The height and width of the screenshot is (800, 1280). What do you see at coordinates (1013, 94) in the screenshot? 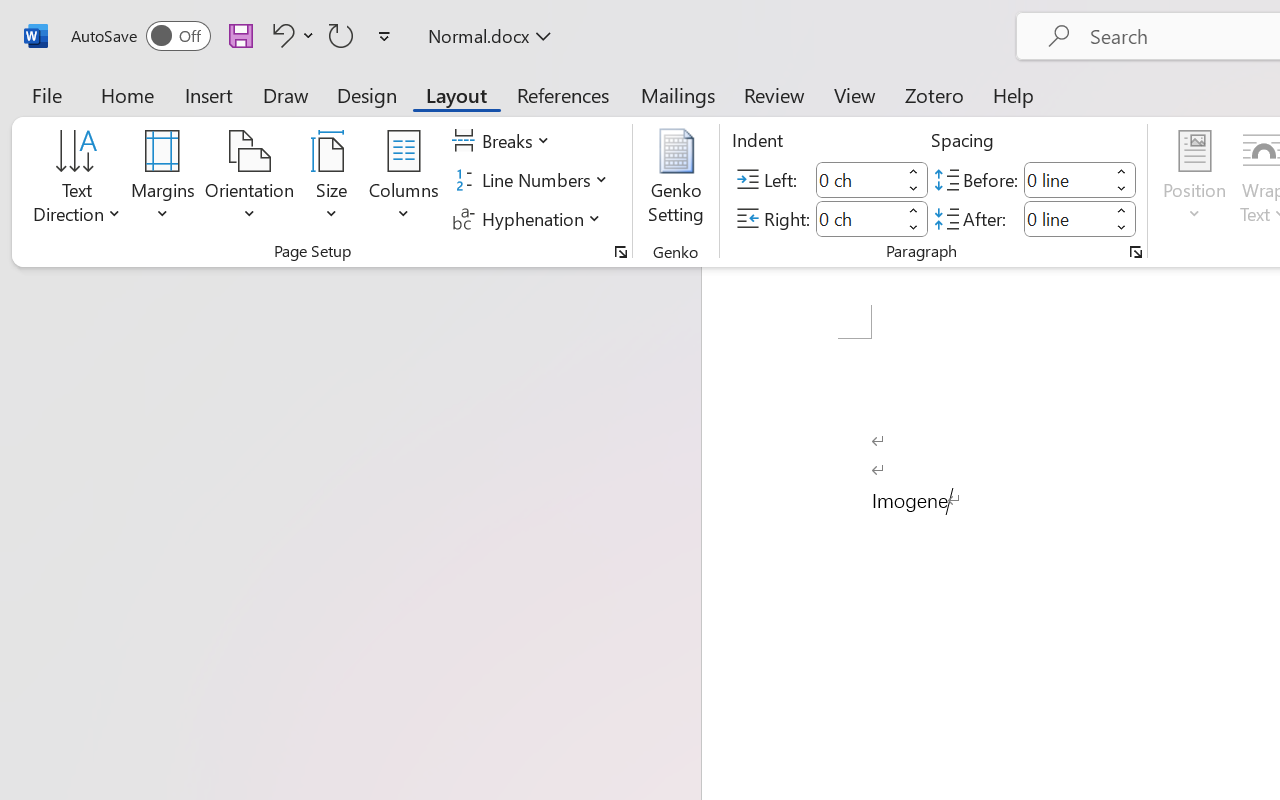
I see `'Help'` at bounding box center [1013, 94].